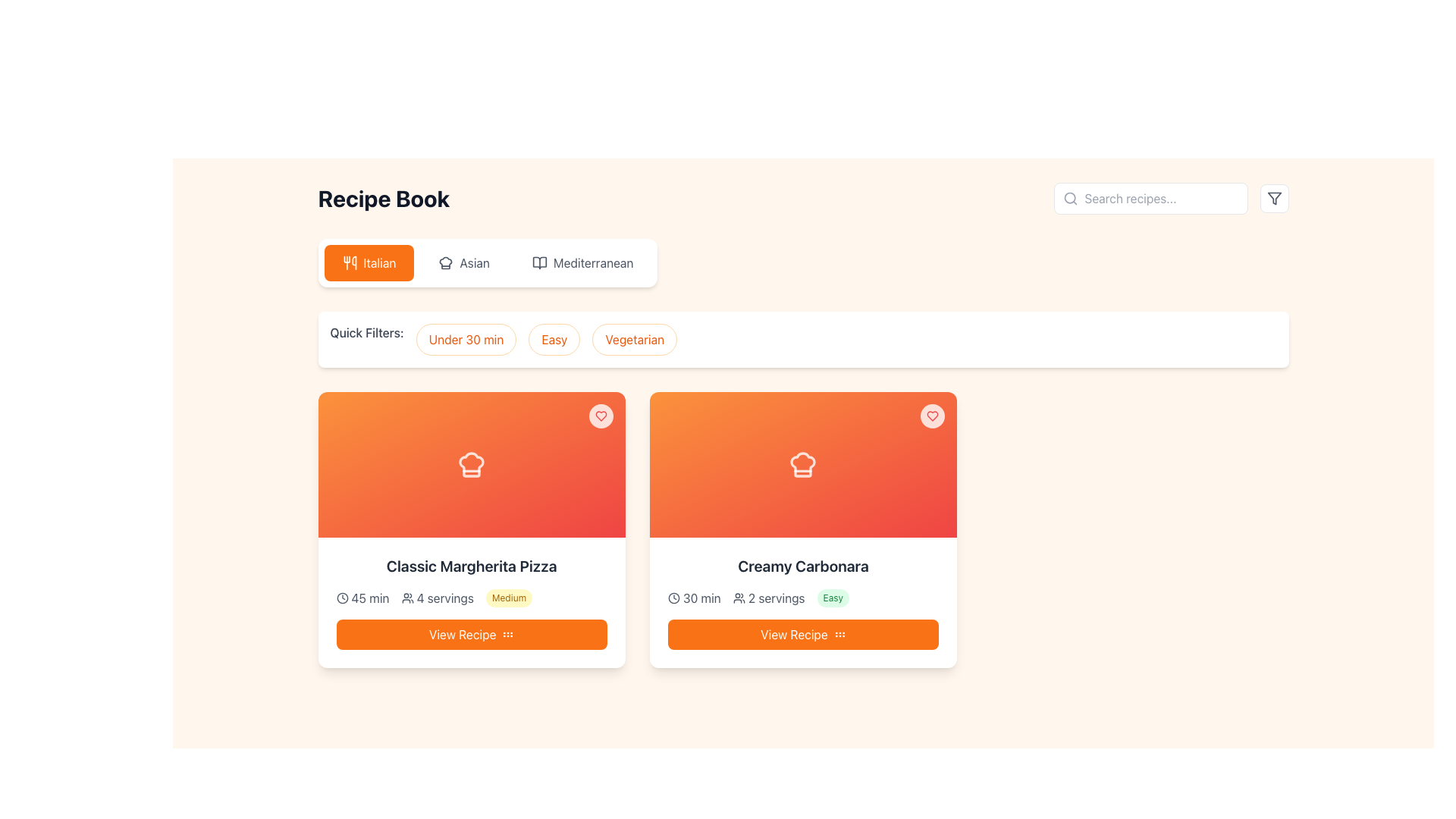  Describe the element at coordinates (471, 464) in the screenshot. I see `the chef hat icon, which is styled with white outlines on an orange-red background, located on the right side of the interface for the 'Creamy Carbonara' recipe` at that location.